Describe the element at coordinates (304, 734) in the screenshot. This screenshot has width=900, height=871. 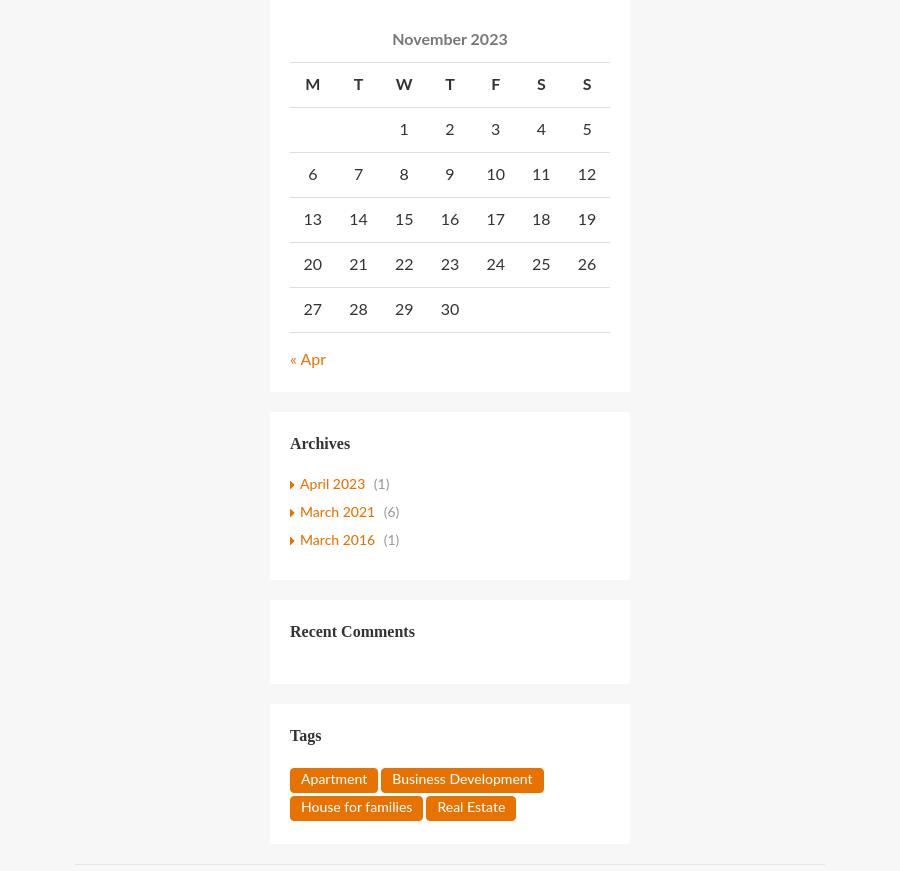
I see `'Tags'` at that location.